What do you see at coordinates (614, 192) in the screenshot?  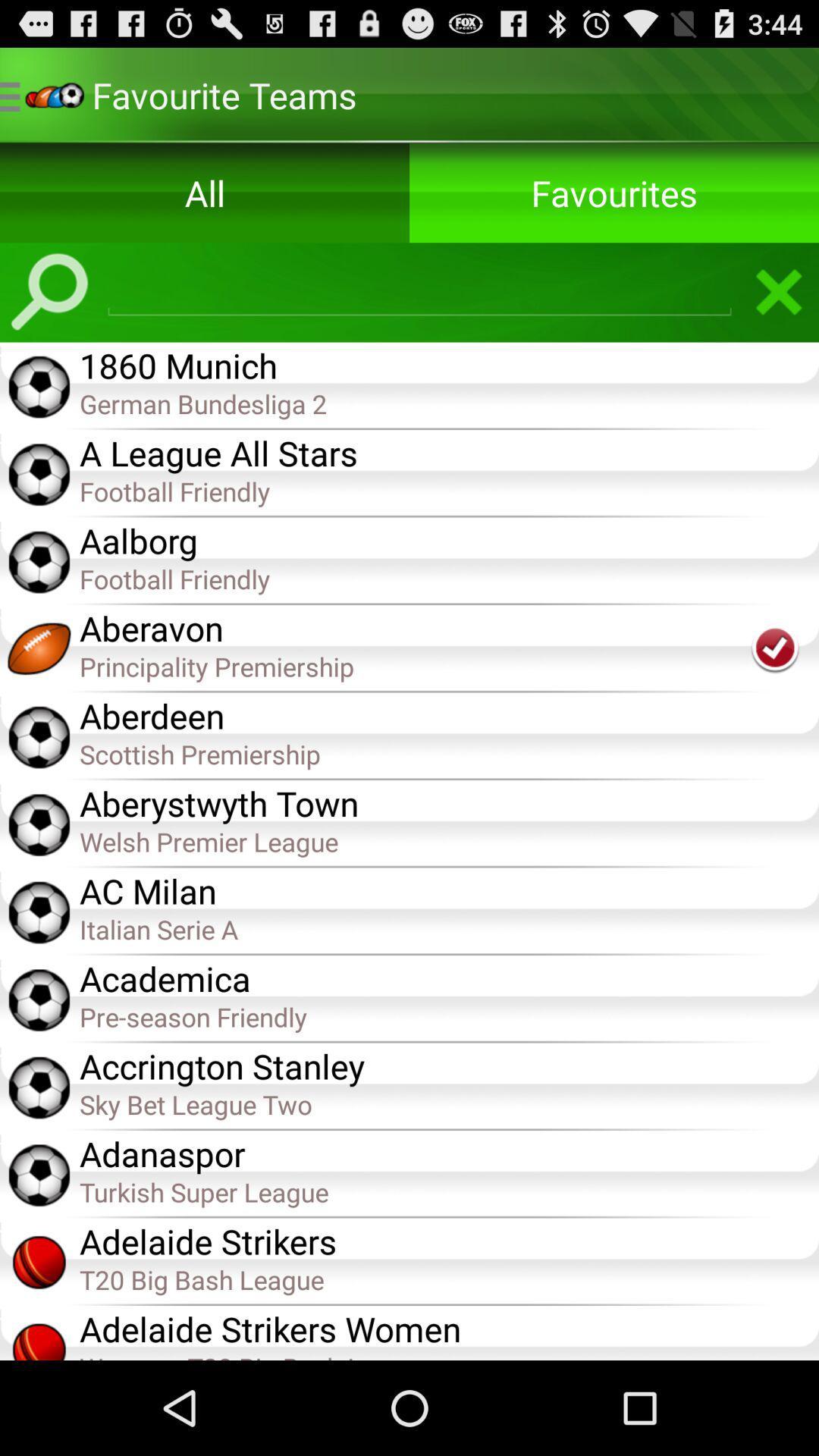 I see `favourites button` at bounding box center [614, 192].